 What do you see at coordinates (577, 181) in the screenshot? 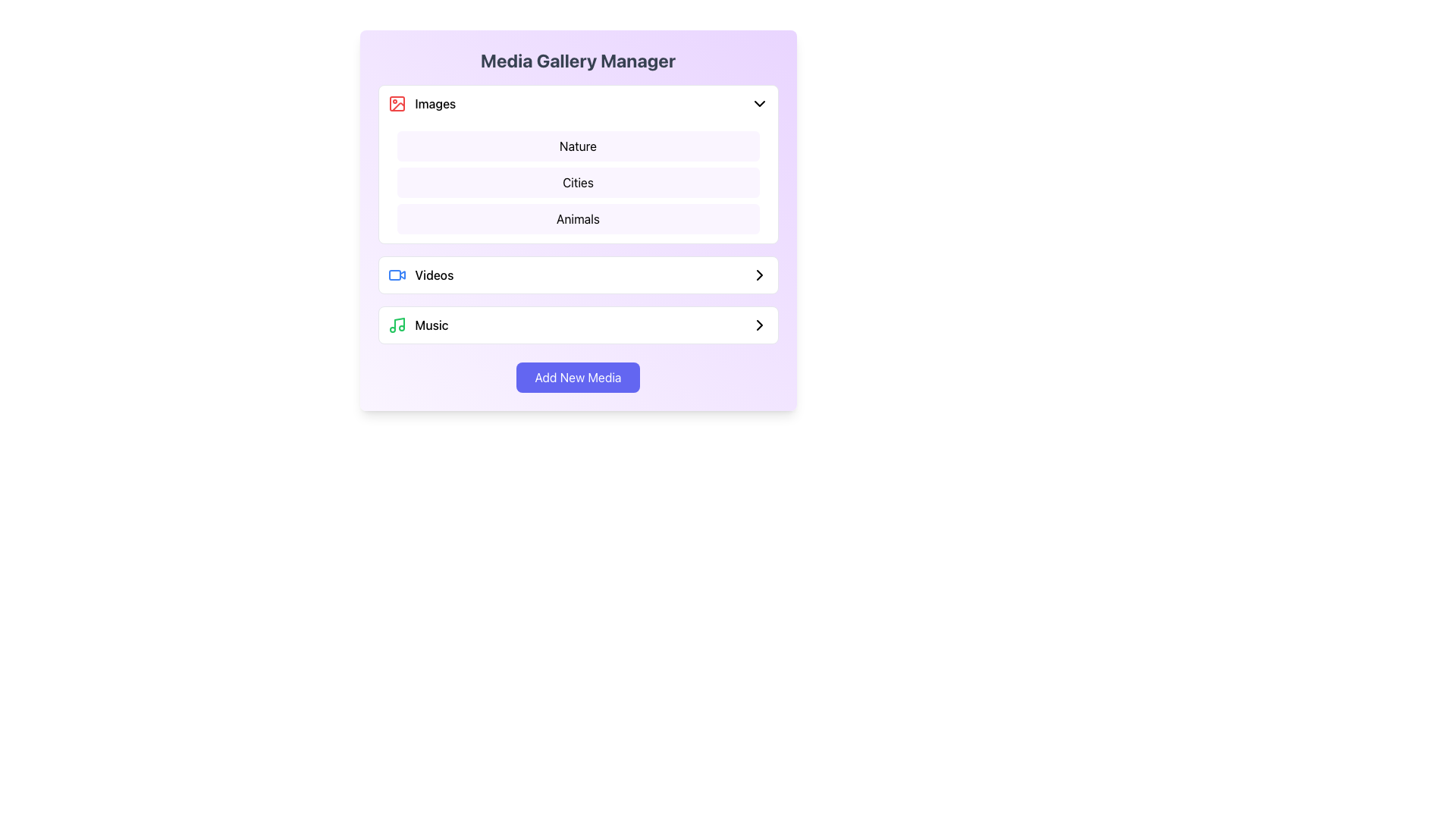
I see `the interactive selection tile group in the 'Media Gallery Manager' section` at bounding box center [577, 181].